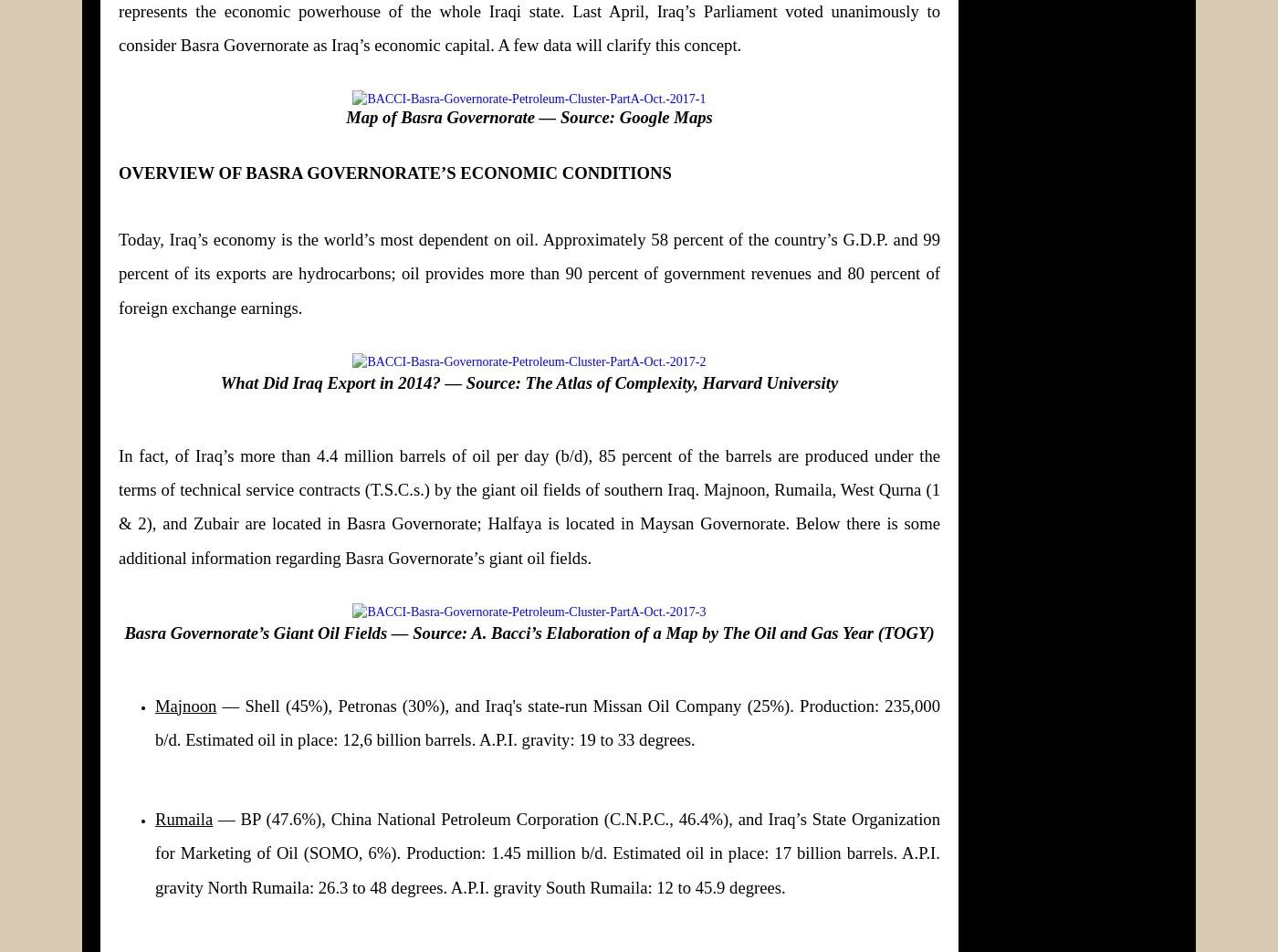  Describe the element at coordinates (529, 116) in the screenshot. I see `'Map of Basra Governorate — Source: Google Maps'` at that location.